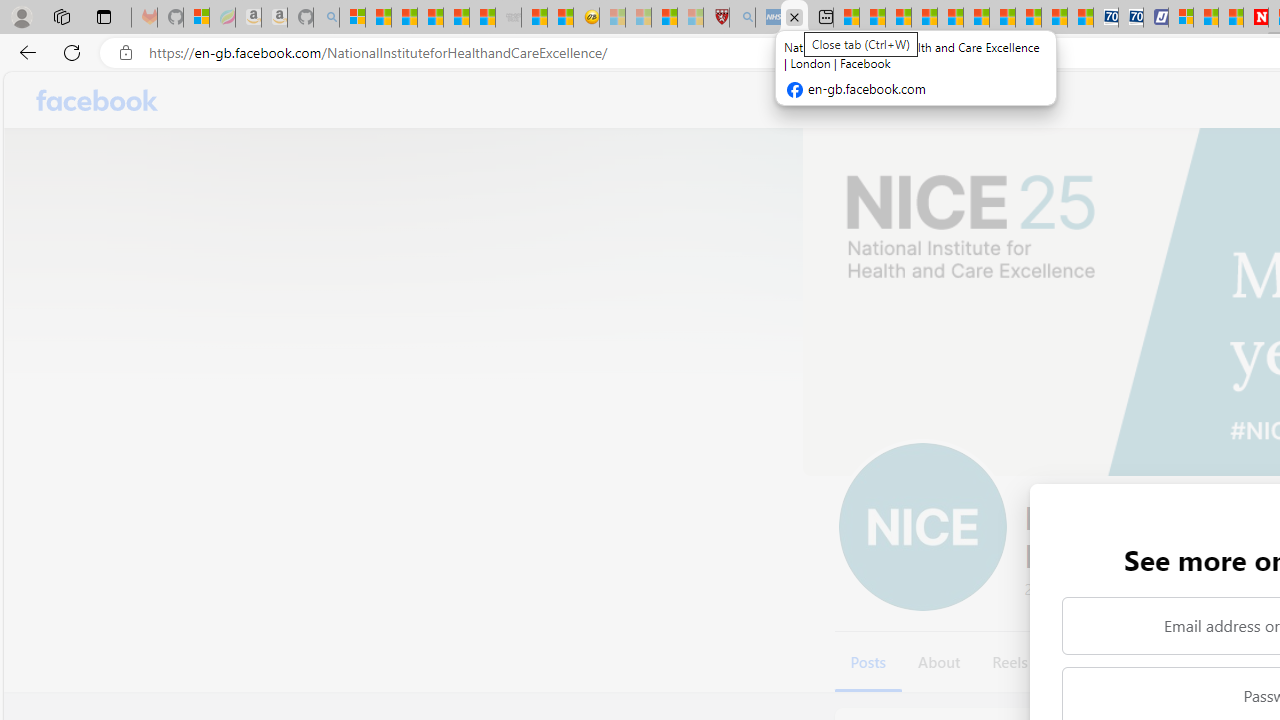 This screenshot has width=1280, height=720. Describe the element at coordinates (690, 17) in the screenshot. I see `'12 Popular Science Lies that Must be Corrected - Sleeping'` at that location.